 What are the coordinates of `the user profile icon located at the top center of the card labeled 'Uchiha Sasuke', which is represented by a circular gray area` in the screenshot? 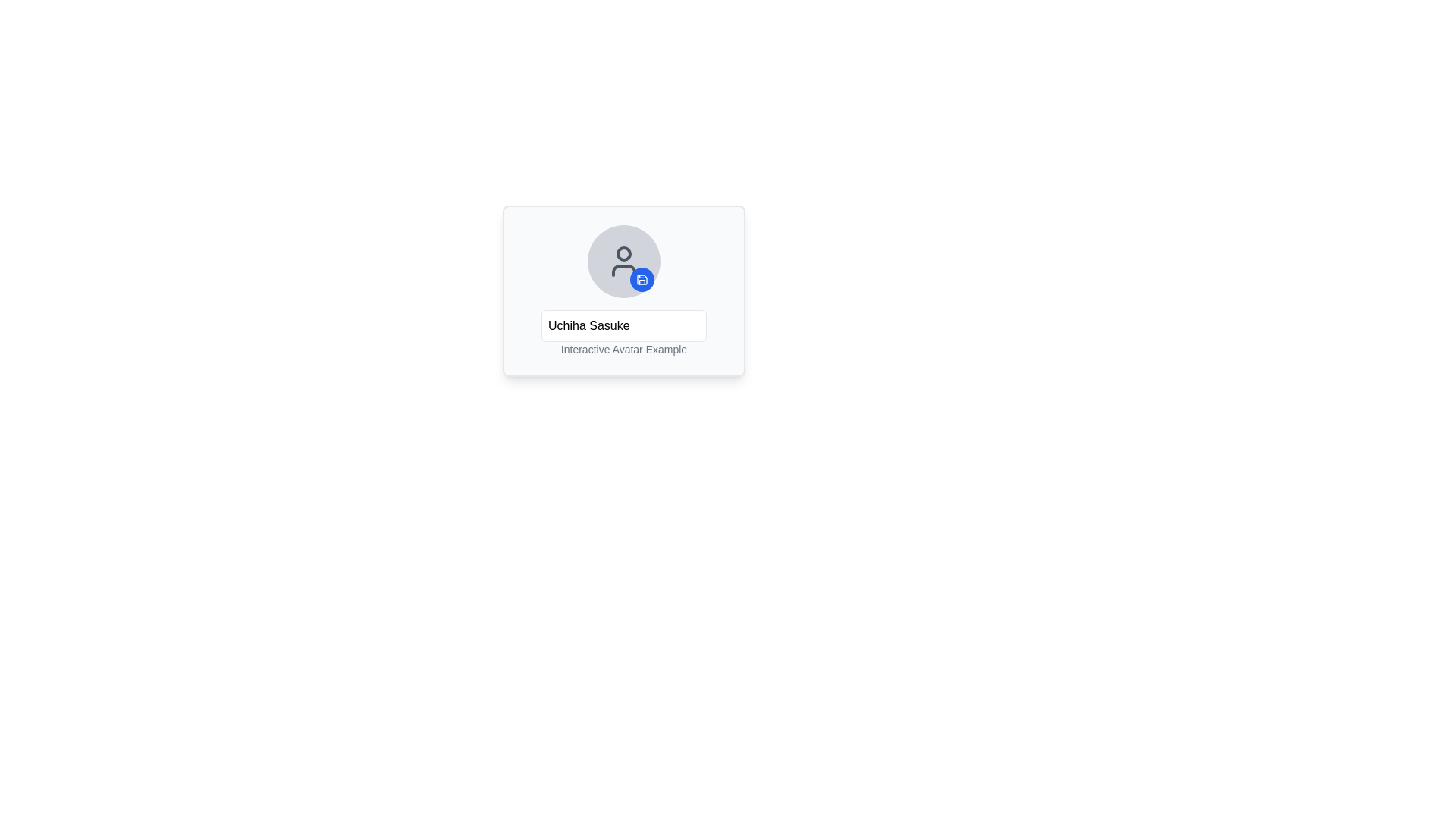 It's located at (623, 260).